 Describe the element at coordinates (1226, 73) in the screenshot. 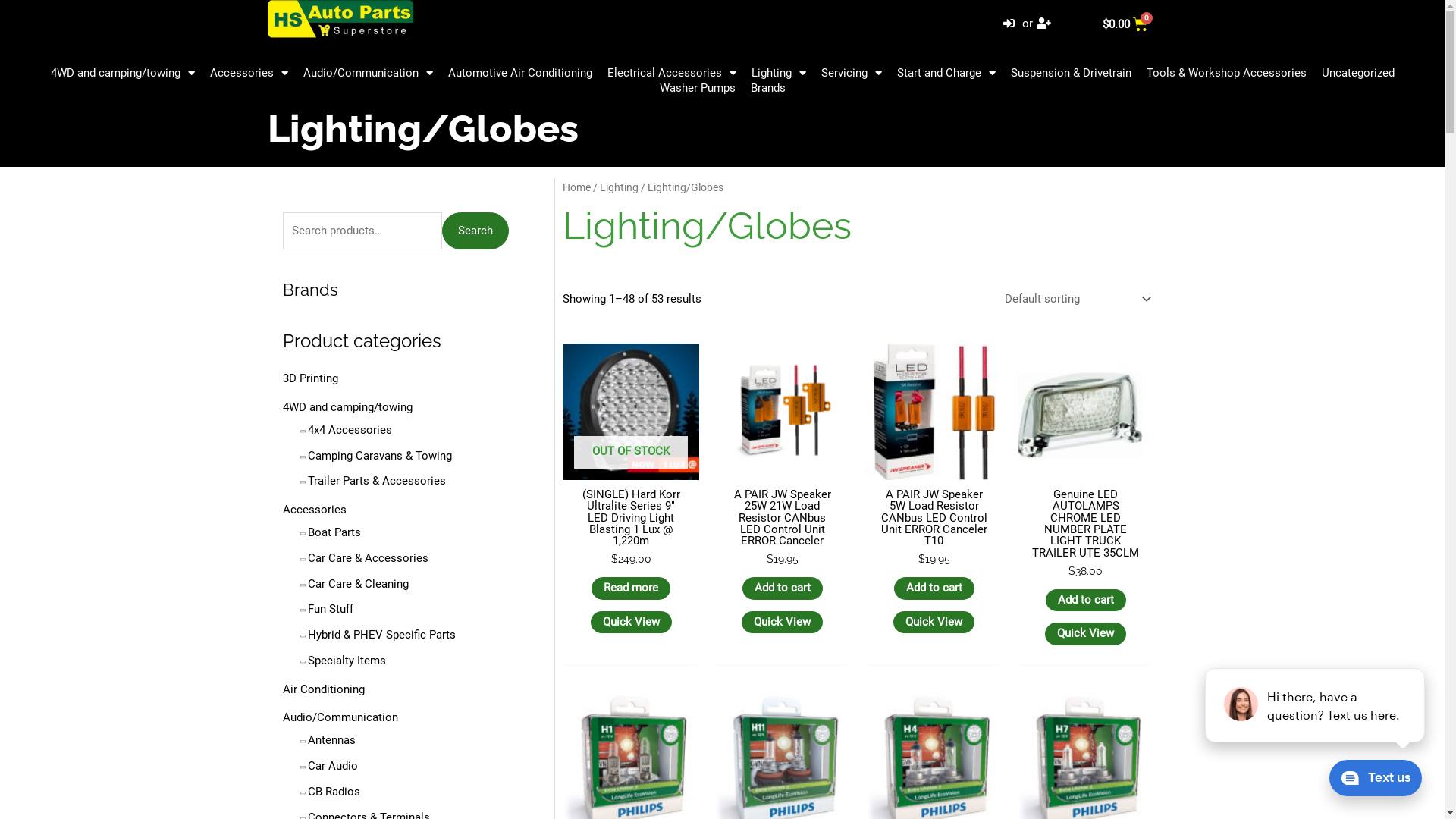

I see `'Tools & Workshop Accessories'` at that location.